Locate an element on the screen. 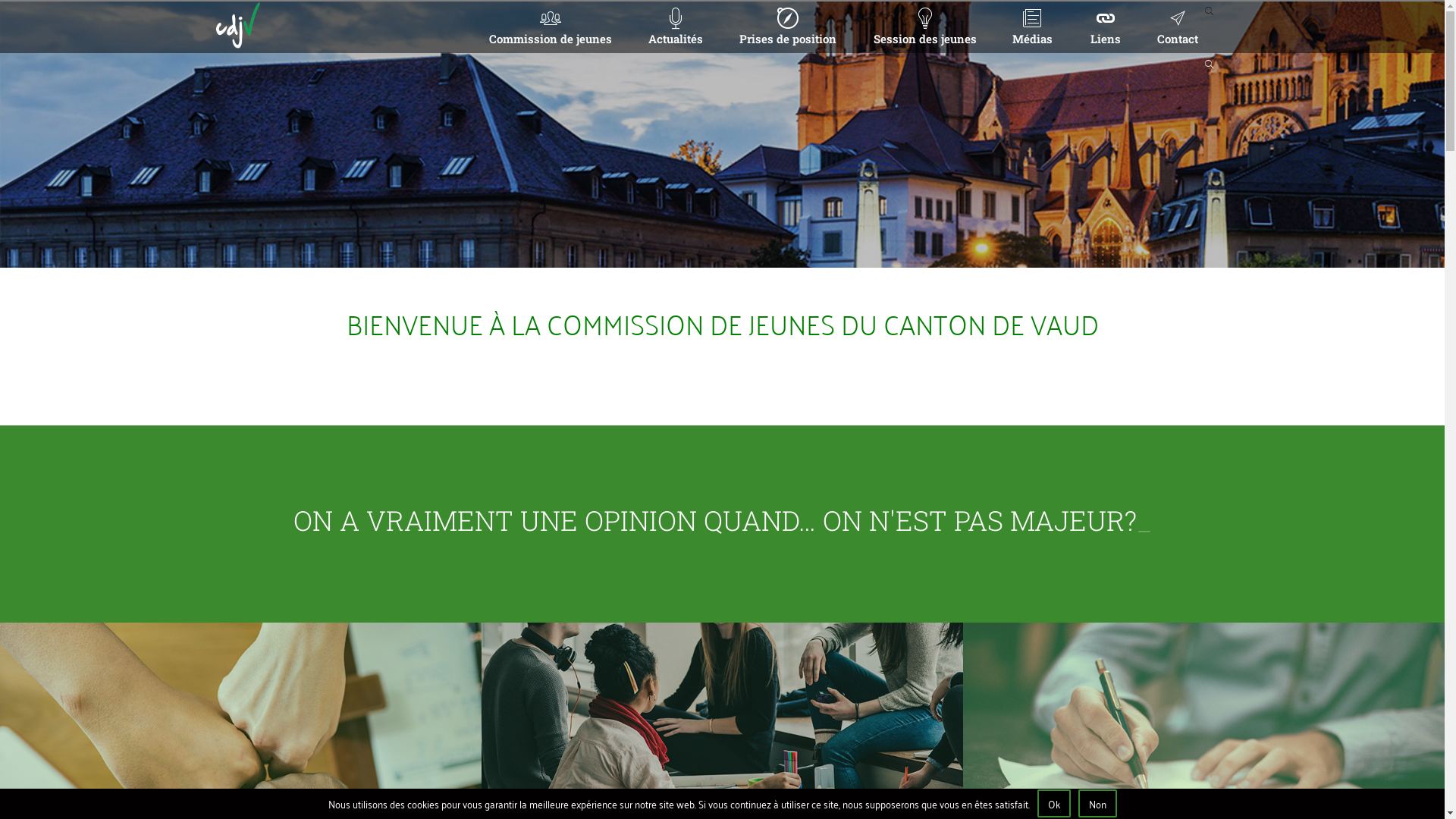 Image resolution: width=1456 pixels, height=819 pixels. 'Contact' is located at coordinates (1175, 26).